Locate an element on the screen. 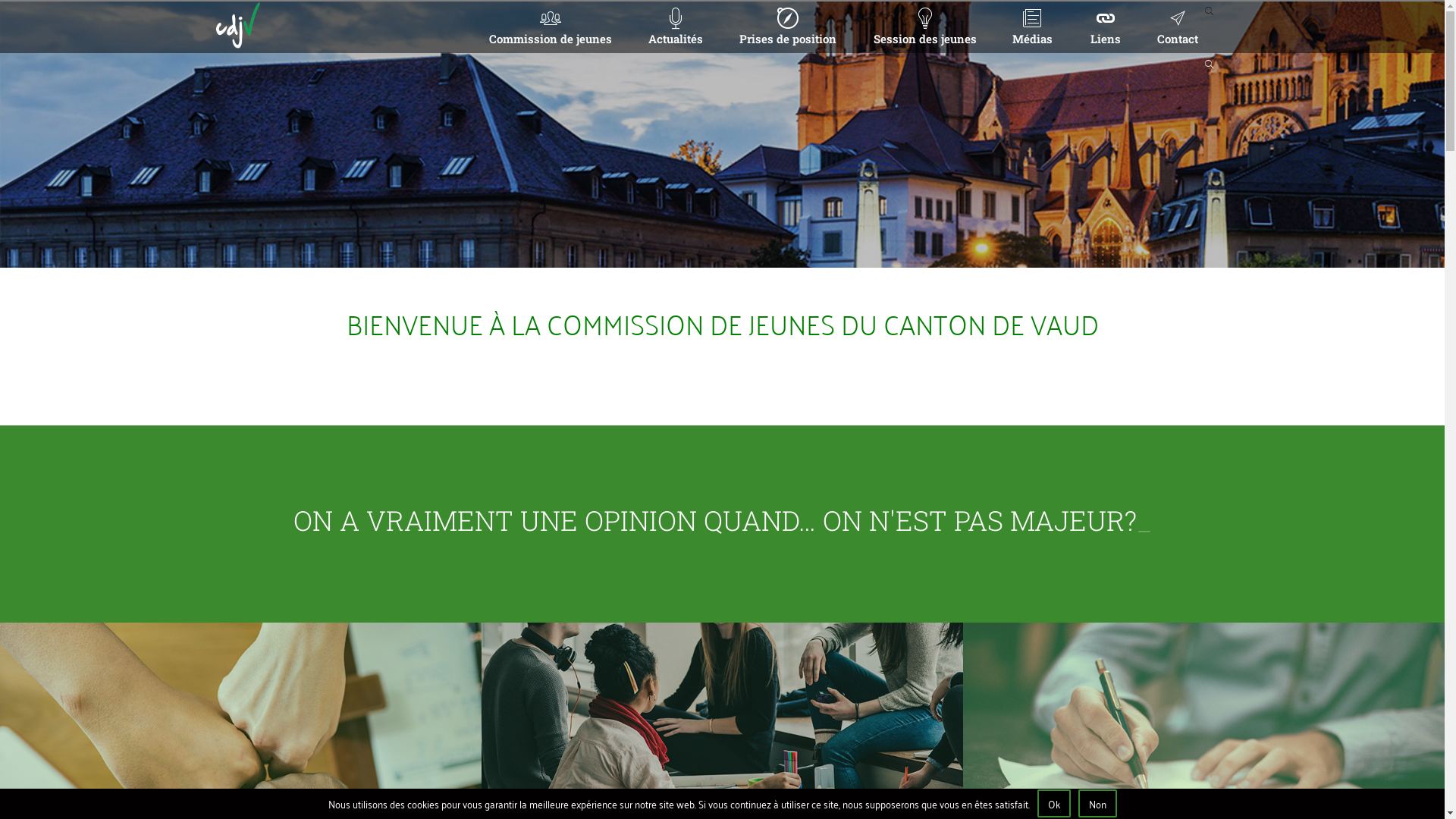 Image resolution: width=1456 pixels, height=819 pixels. 'Contact' is located at coordinates (1175, 26).